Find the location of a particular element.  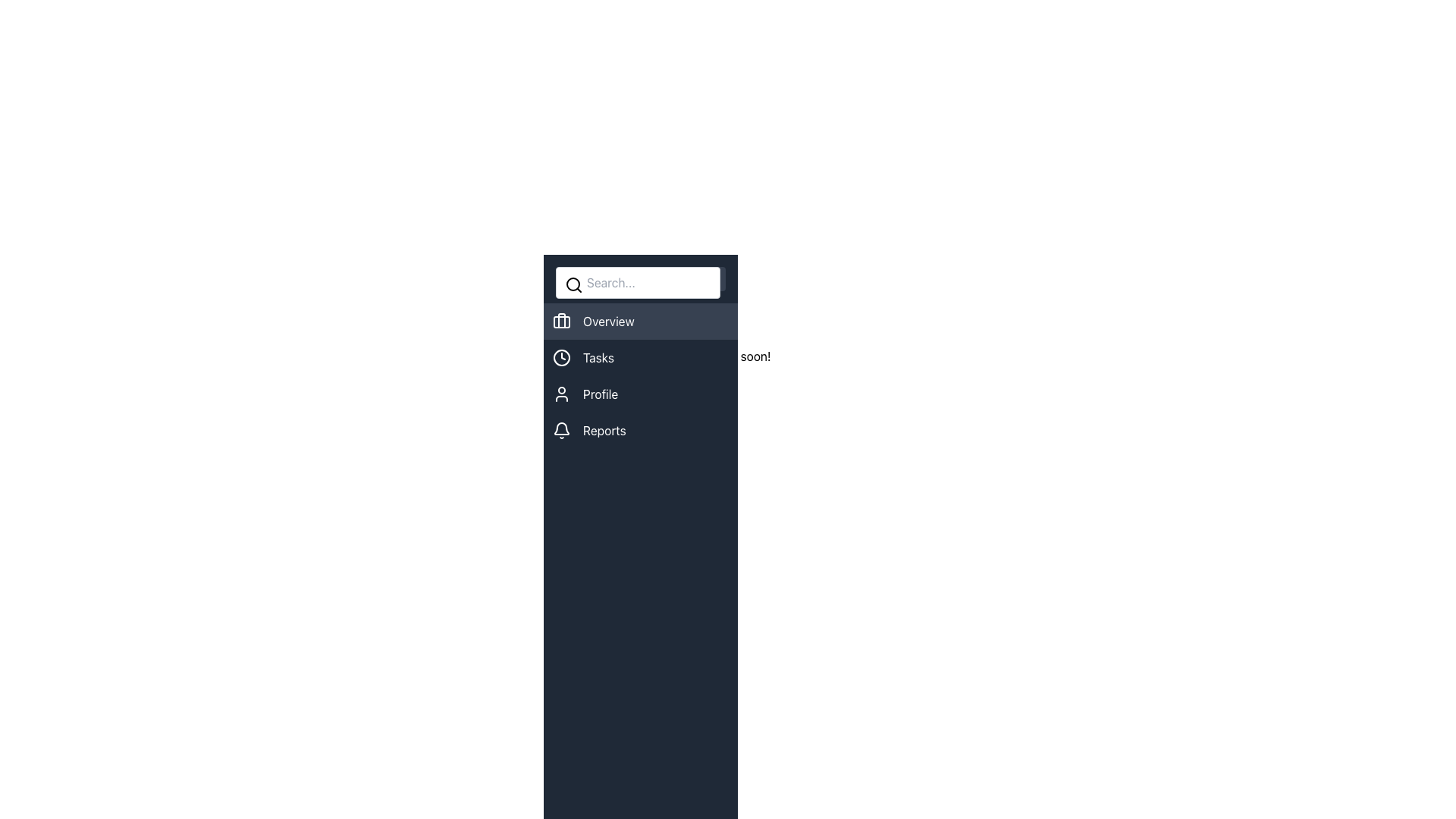

the circular lens element of the magnifying glass search icon located to the left of the search input field in the vertical navigation bar is located at coordinates (572, 284).